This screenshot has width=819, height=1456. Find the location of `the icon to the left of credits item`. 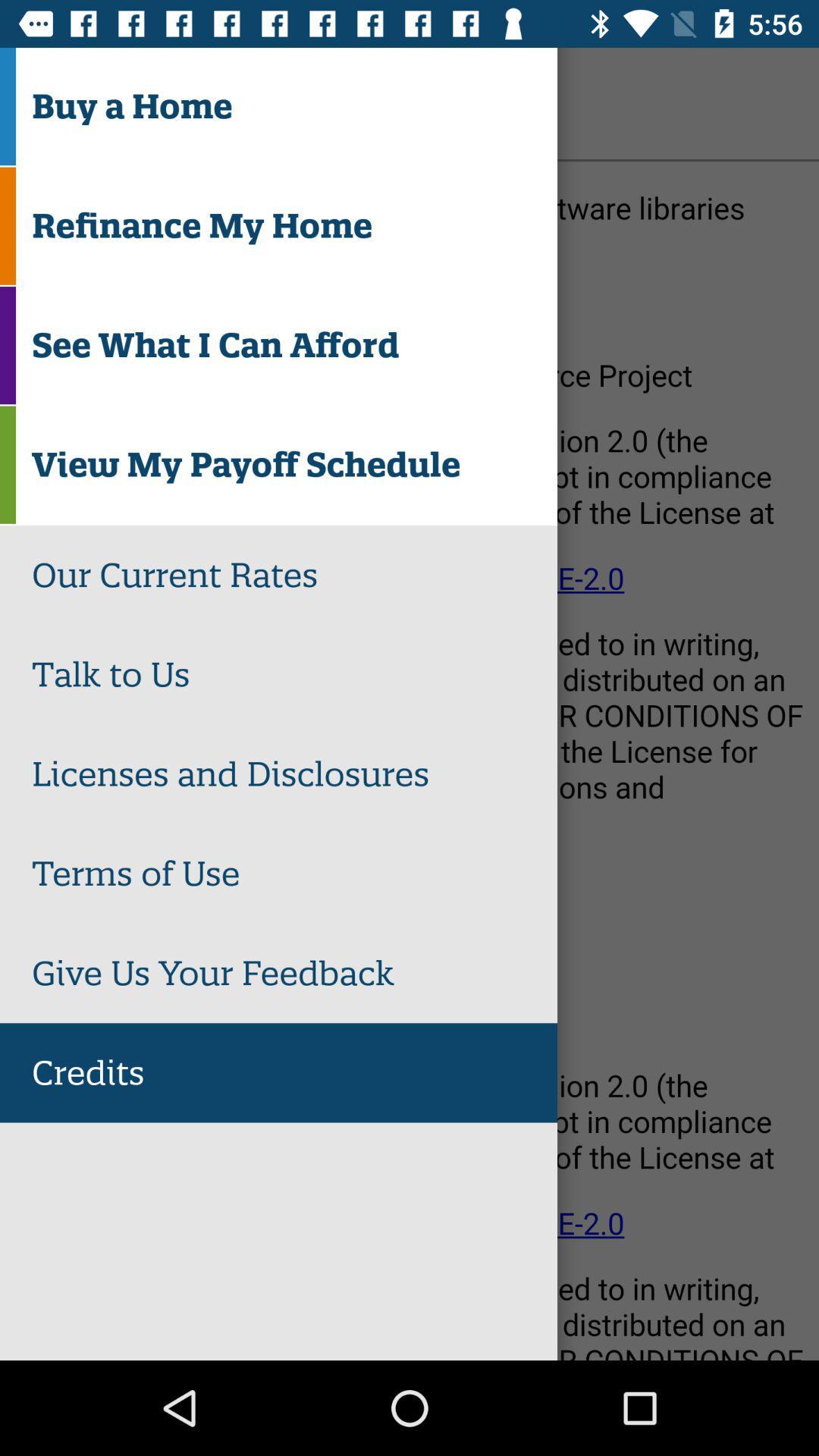

the icon to the left of credits item is located at coordinates (55, 102).